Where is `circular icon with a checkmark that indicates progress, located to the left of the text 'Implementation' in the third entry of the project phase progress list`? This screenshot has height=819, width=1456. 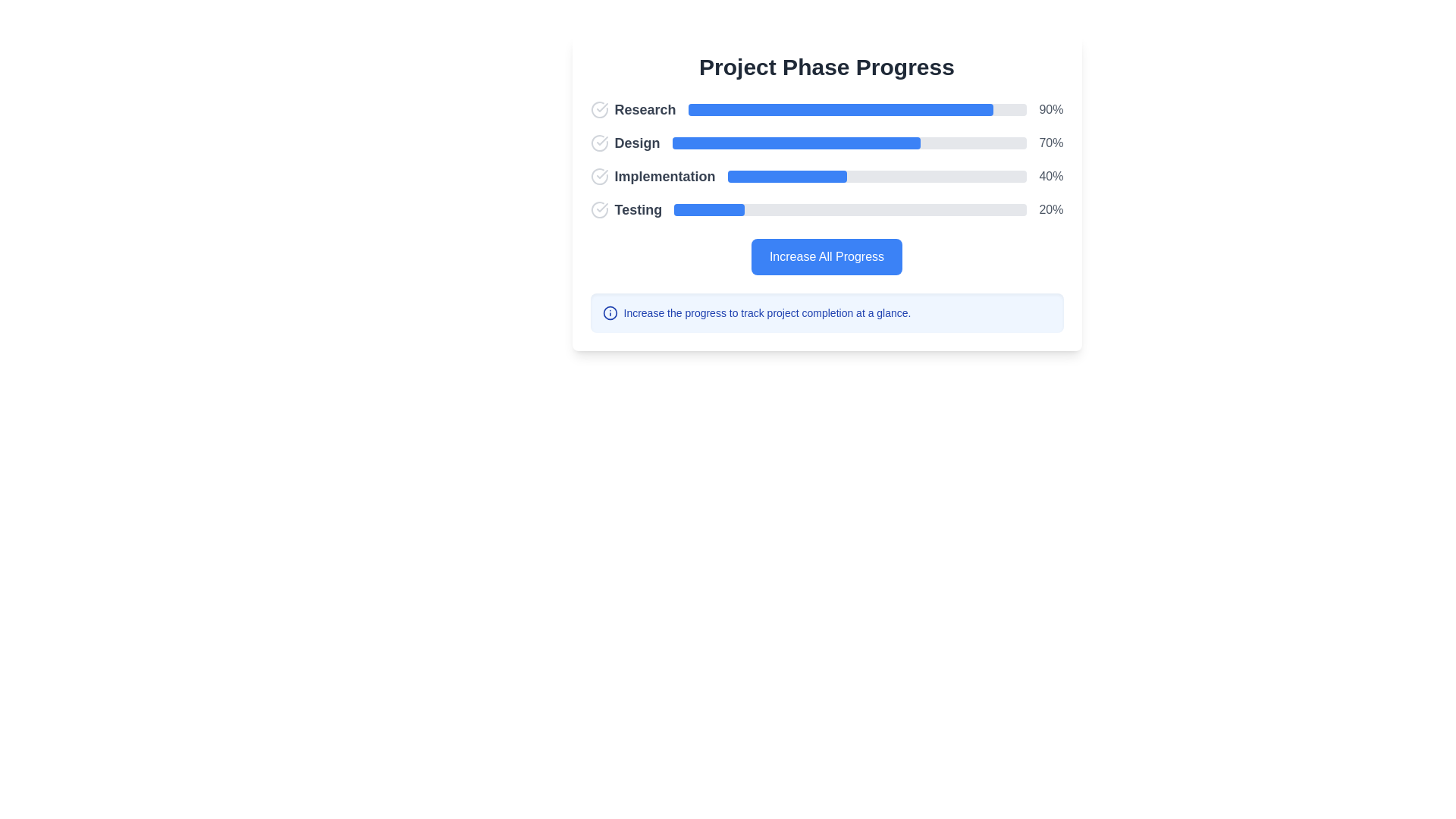
circular icon with a checkmark that indicates progress, located to the left of the text 'Implementation' in the third entry of the project phase progress list is located at coordinates (598, 175).